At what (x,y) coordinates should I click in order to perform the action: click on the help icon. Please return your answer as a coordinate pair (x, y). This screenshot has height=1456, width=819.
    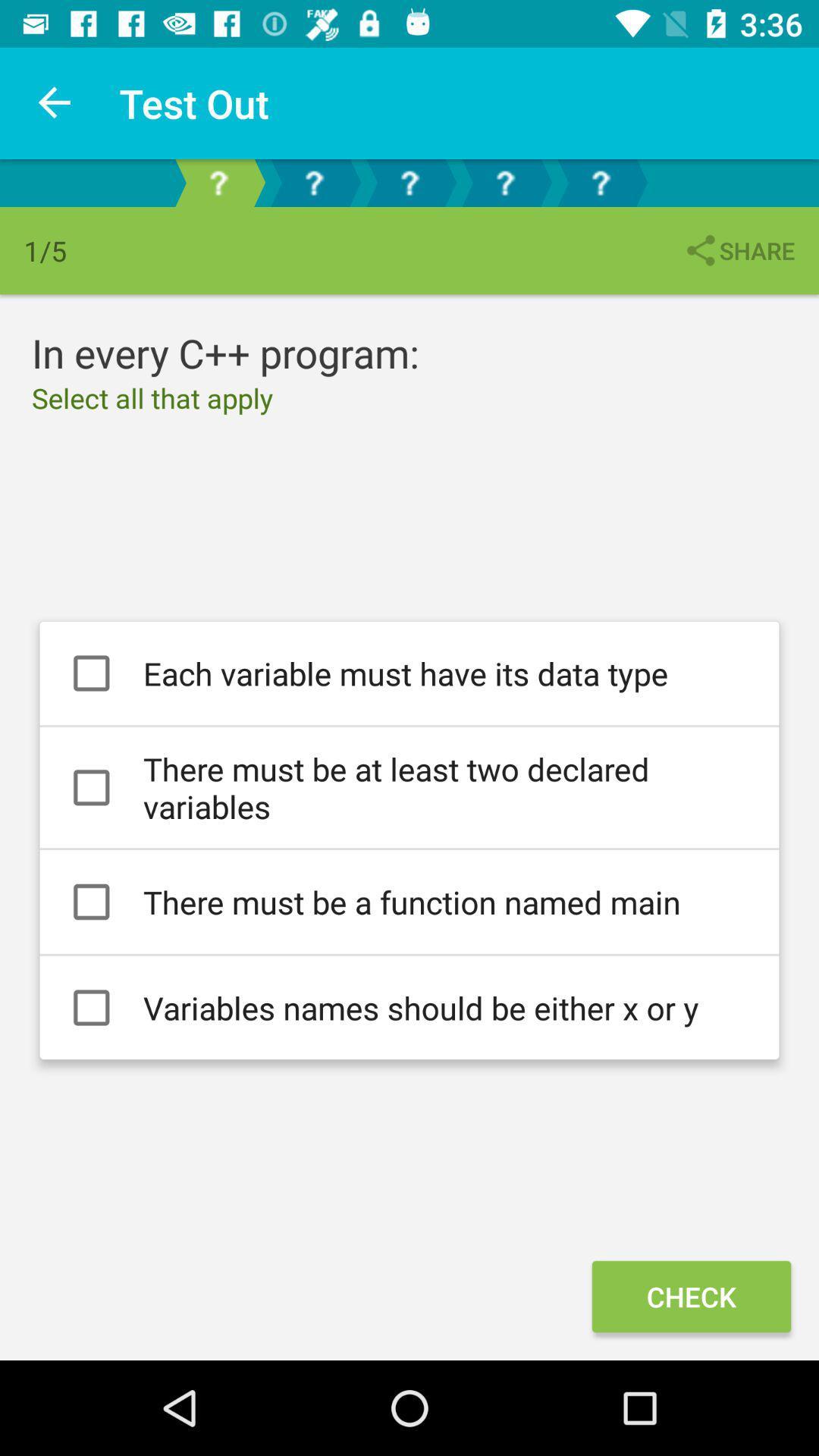
    Looking at the image, I should click on (409, 182).